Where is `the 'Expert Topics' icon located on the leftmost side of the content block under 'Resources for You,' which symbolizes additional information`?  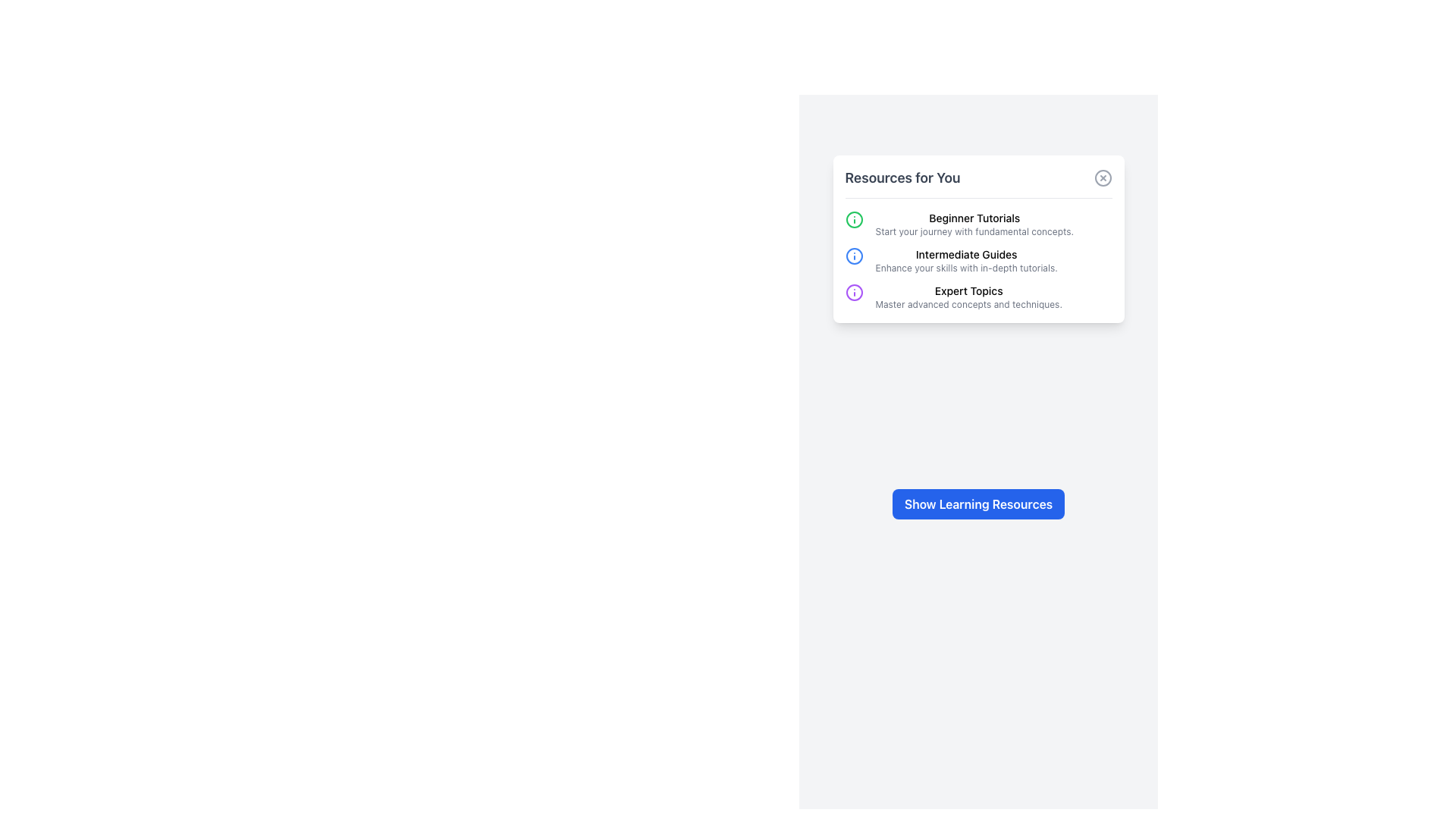 the 'Expert Topics' icon located on the leftmost side of the content block under 'Resources for You,' which symbolizes additional information is located at coordinates (854, 292).